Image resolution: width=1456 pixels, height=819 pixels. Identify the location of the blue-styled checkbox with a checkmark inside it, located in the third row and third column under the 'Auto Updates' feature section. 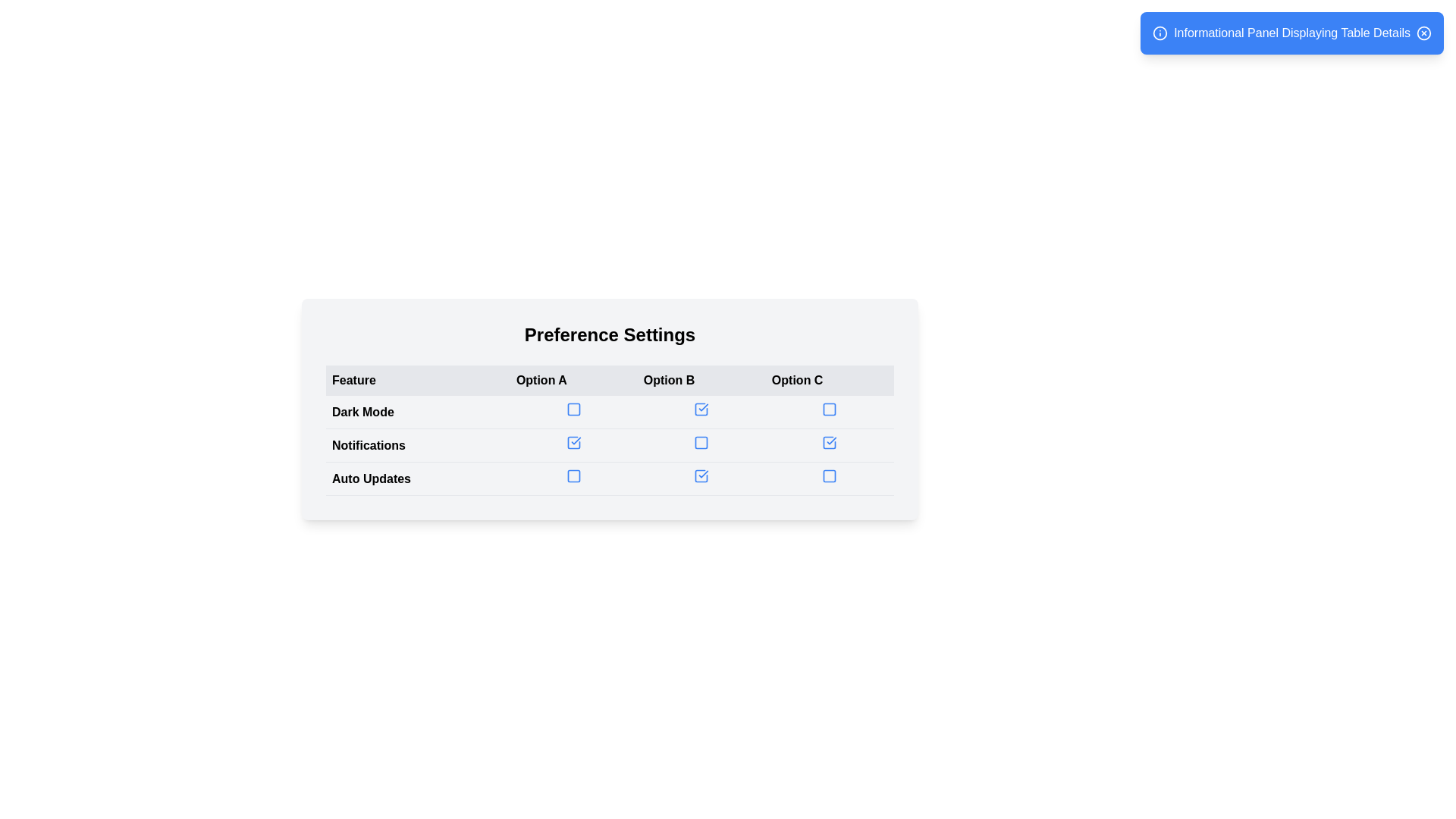
(701, 479).